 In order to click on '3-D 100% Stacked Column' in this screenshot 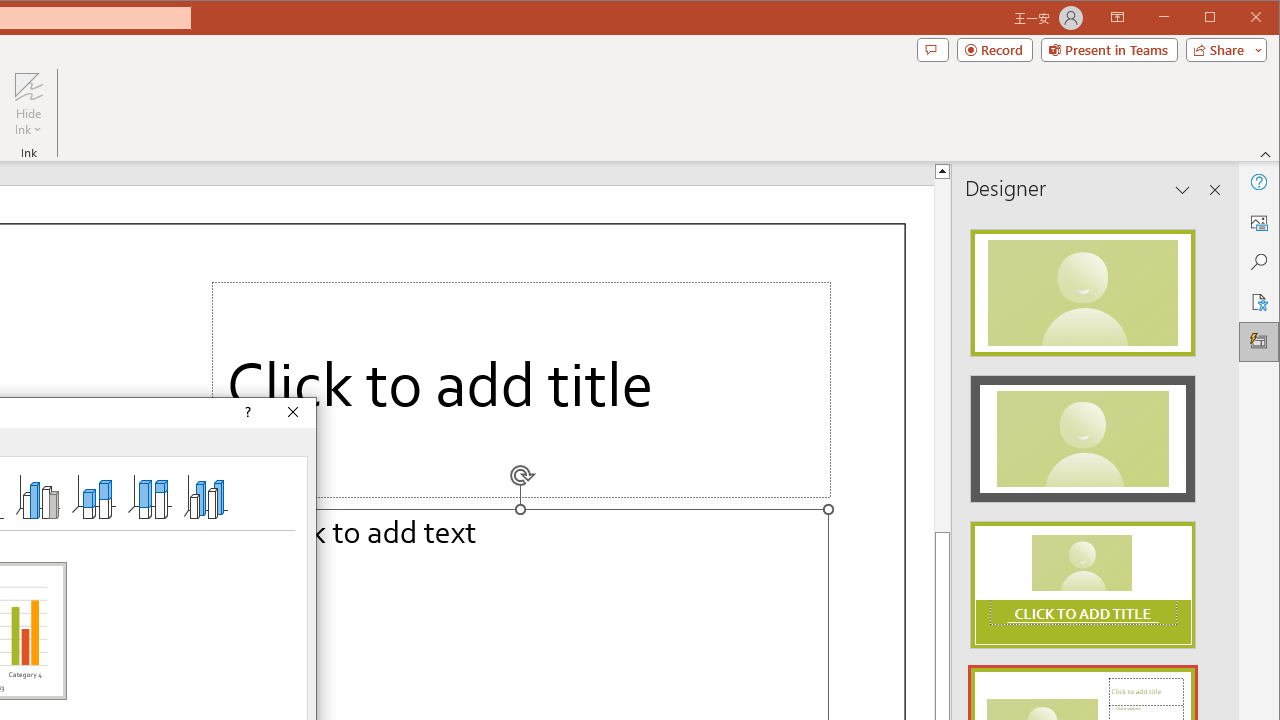, I will do `click(148, 495)`.